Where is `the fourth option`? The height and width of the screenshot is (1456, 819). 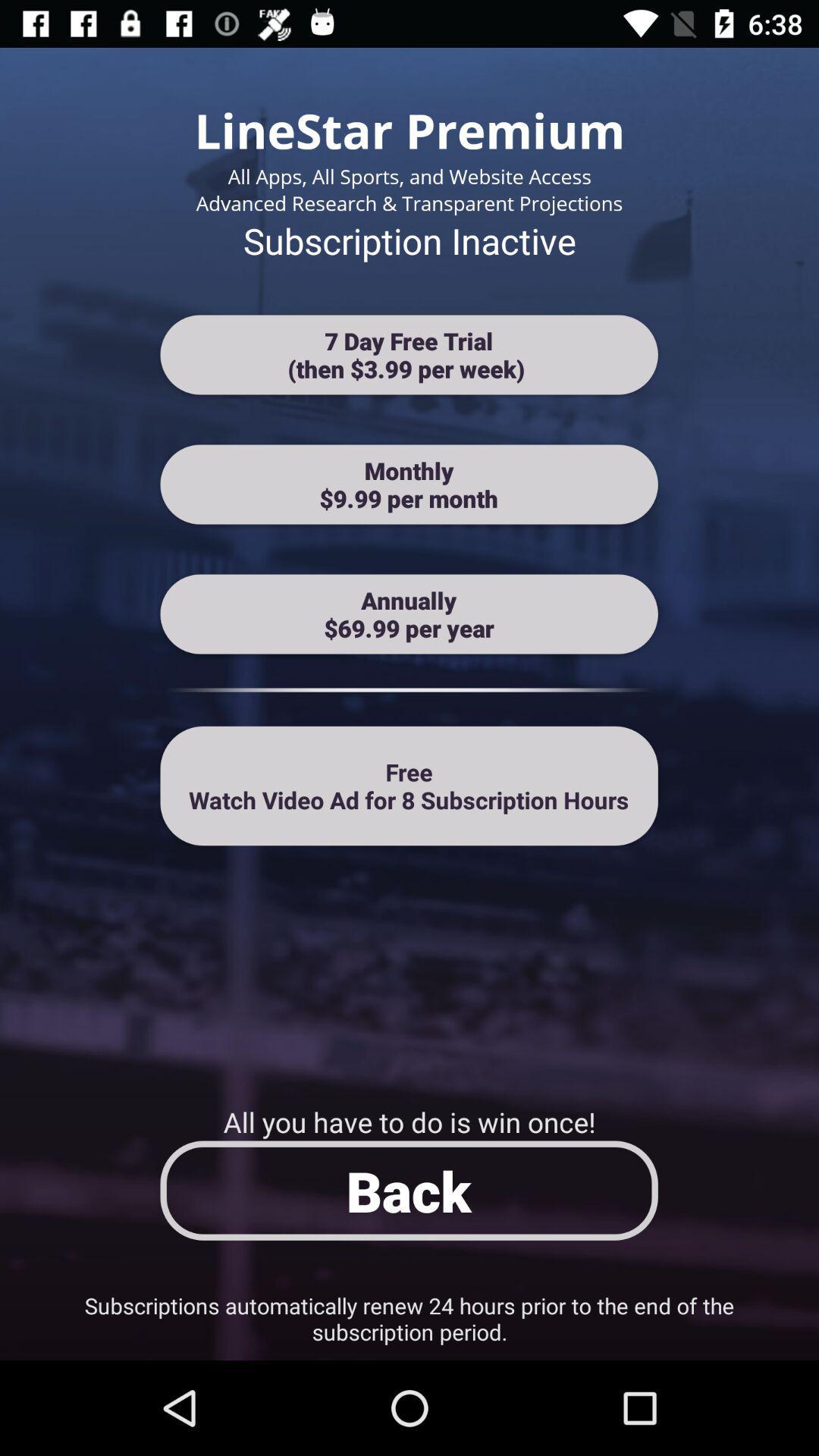 the fourth option is located at coordinates (409, 786).